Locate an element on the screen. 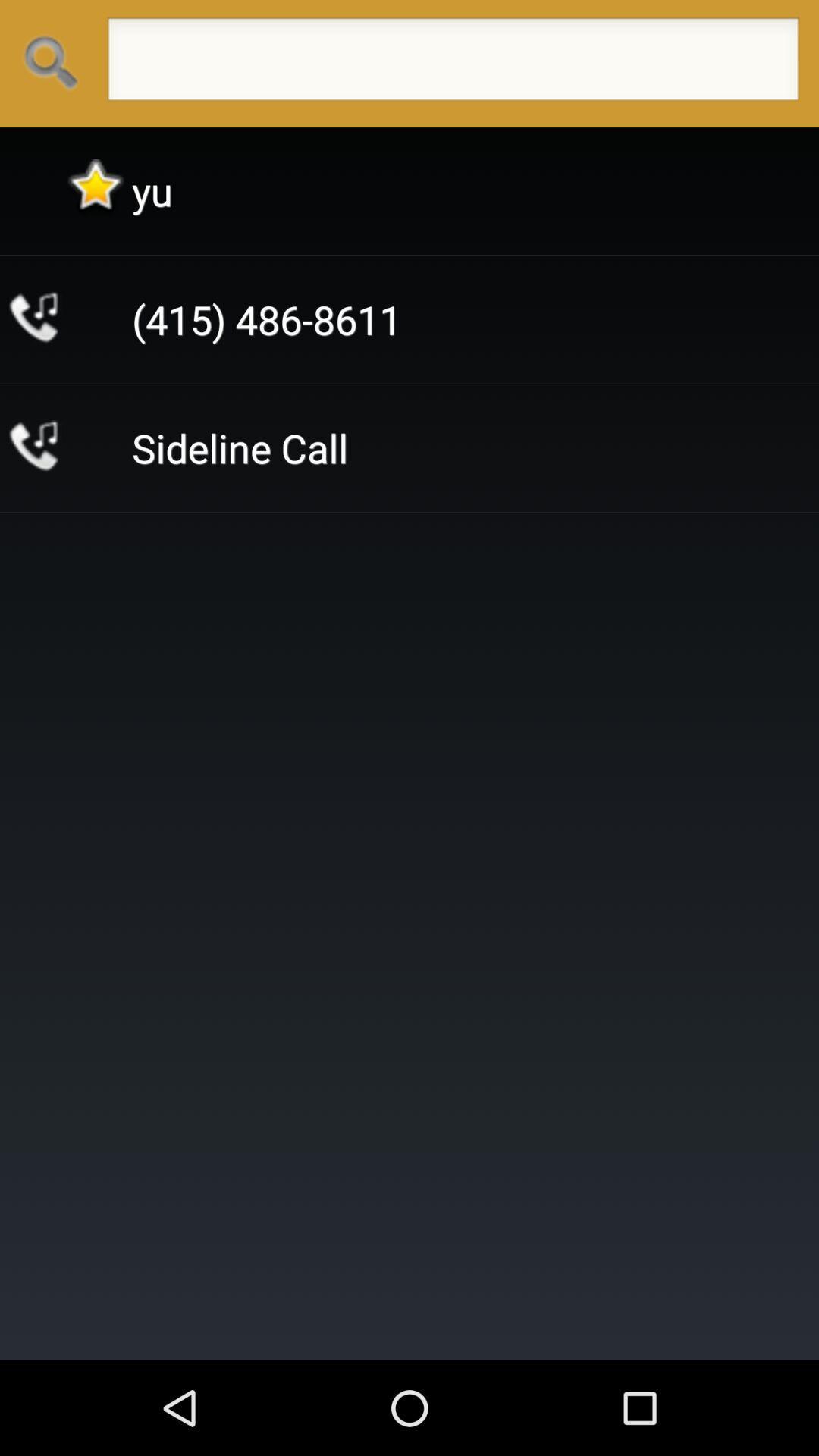 The width and height of the screenshot is (819, 1456). the app below the (415) 486-8611 is located at coordinates (239, 447).